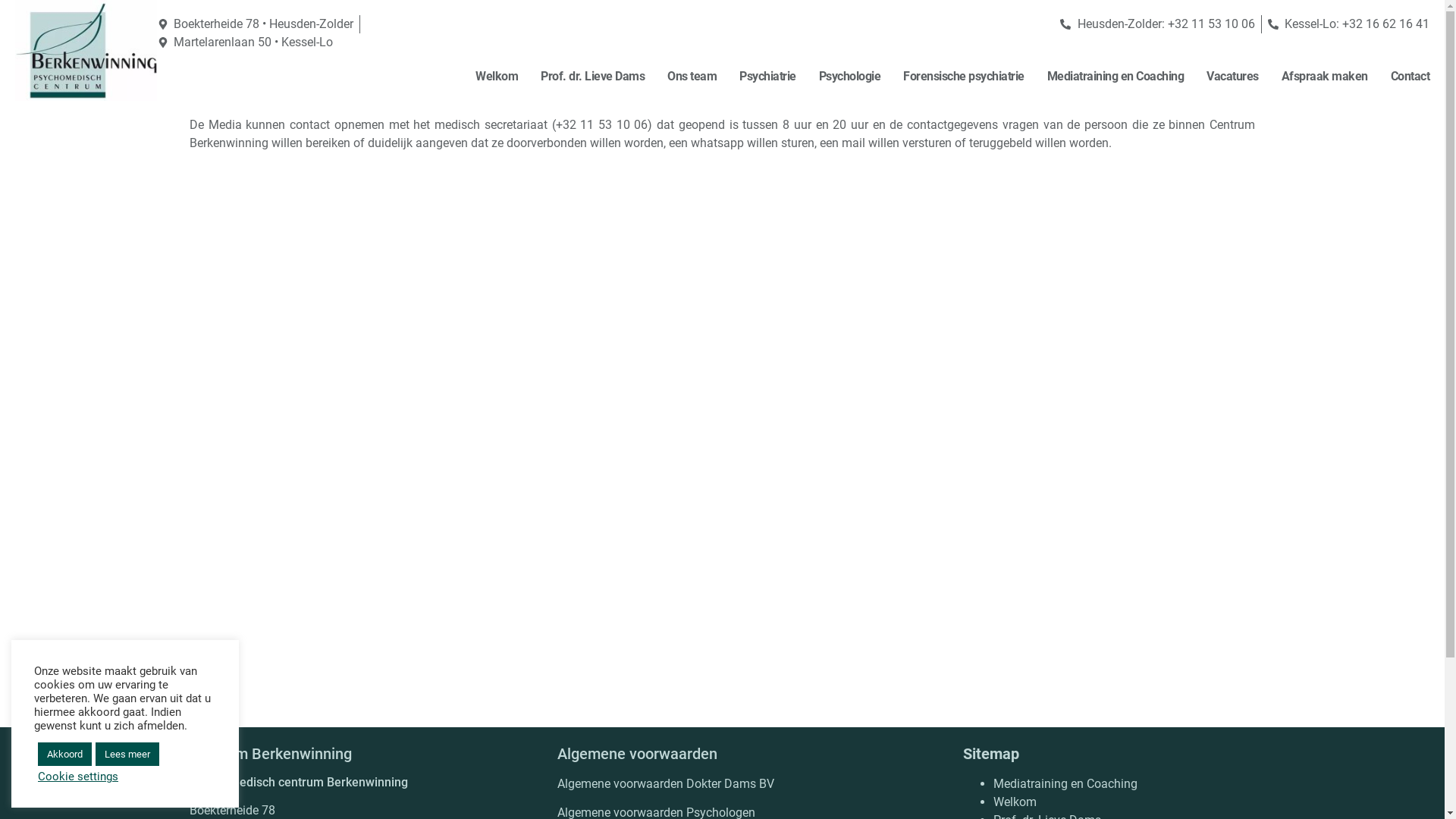 This screenshot has height=819, width=1456. Describe the element at coordinates (77, 776) in the screenshot. I see `'Cookie settings'` at that location.